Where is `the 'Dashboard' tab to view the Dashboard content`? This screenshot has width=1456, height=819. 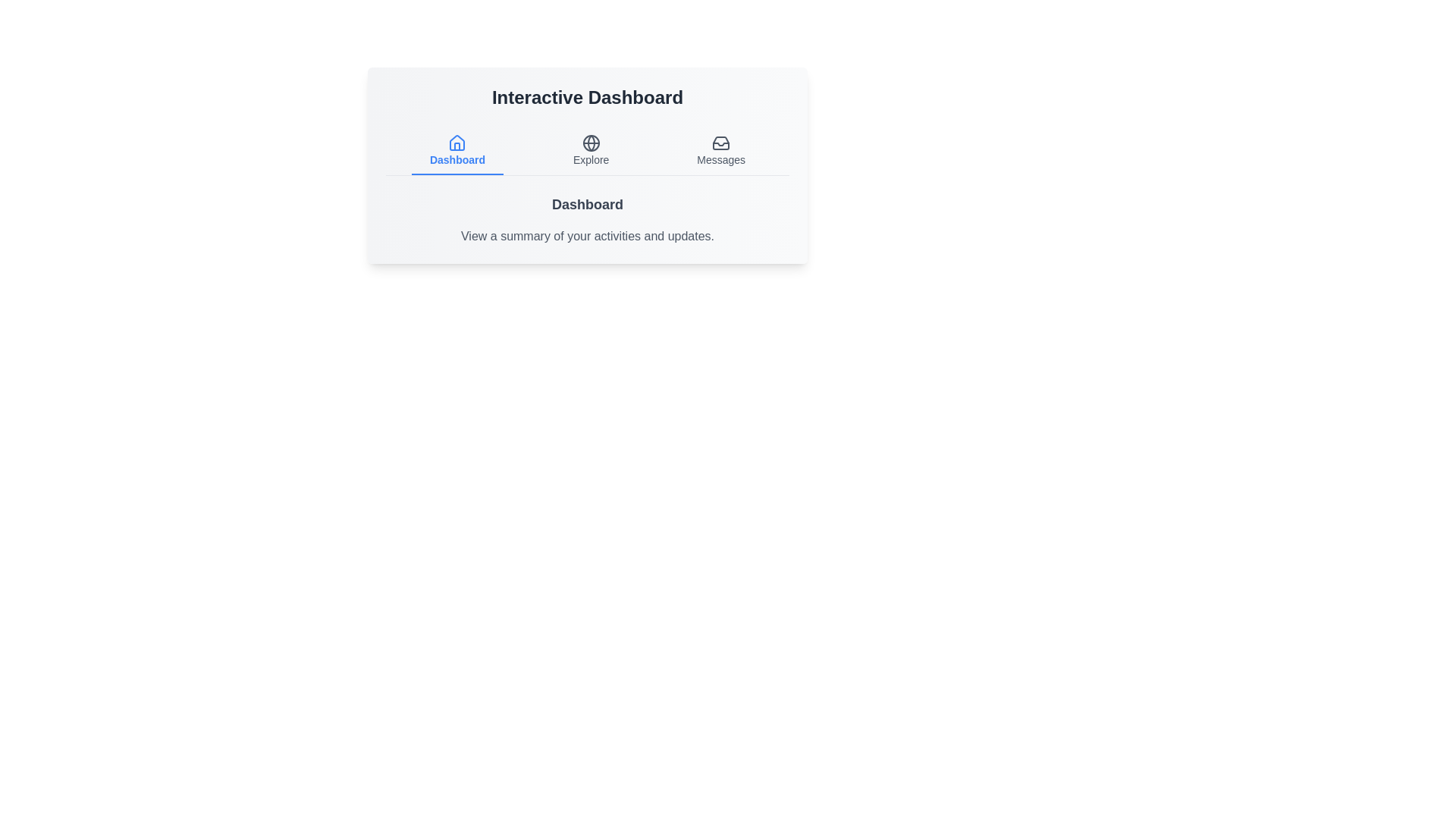
the 'Dashboard' tab to view the Dashboard content is located at coordinates (457, 152).